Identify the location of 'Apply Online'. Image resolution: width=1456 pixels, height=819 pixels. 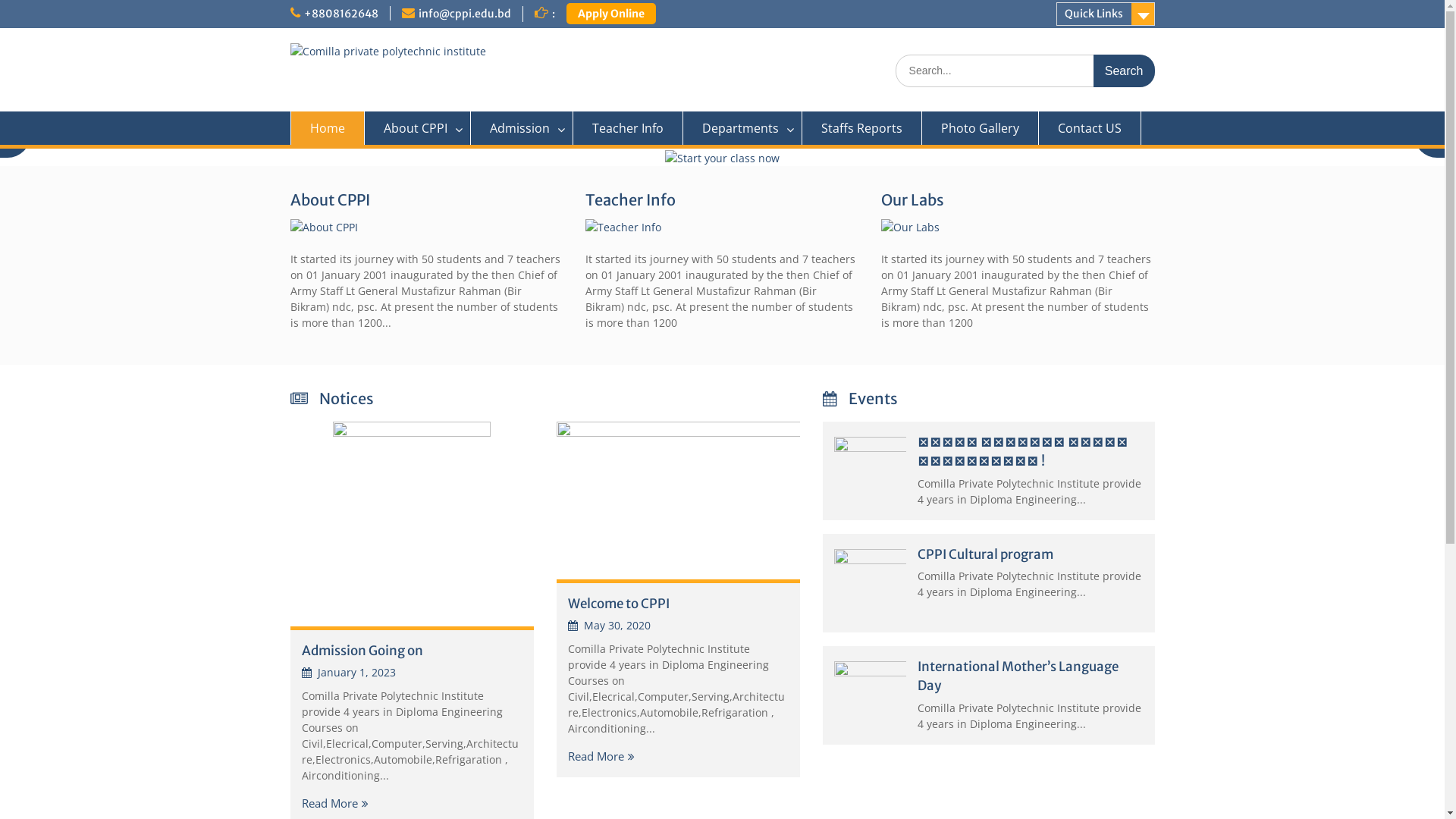
(610, 14).